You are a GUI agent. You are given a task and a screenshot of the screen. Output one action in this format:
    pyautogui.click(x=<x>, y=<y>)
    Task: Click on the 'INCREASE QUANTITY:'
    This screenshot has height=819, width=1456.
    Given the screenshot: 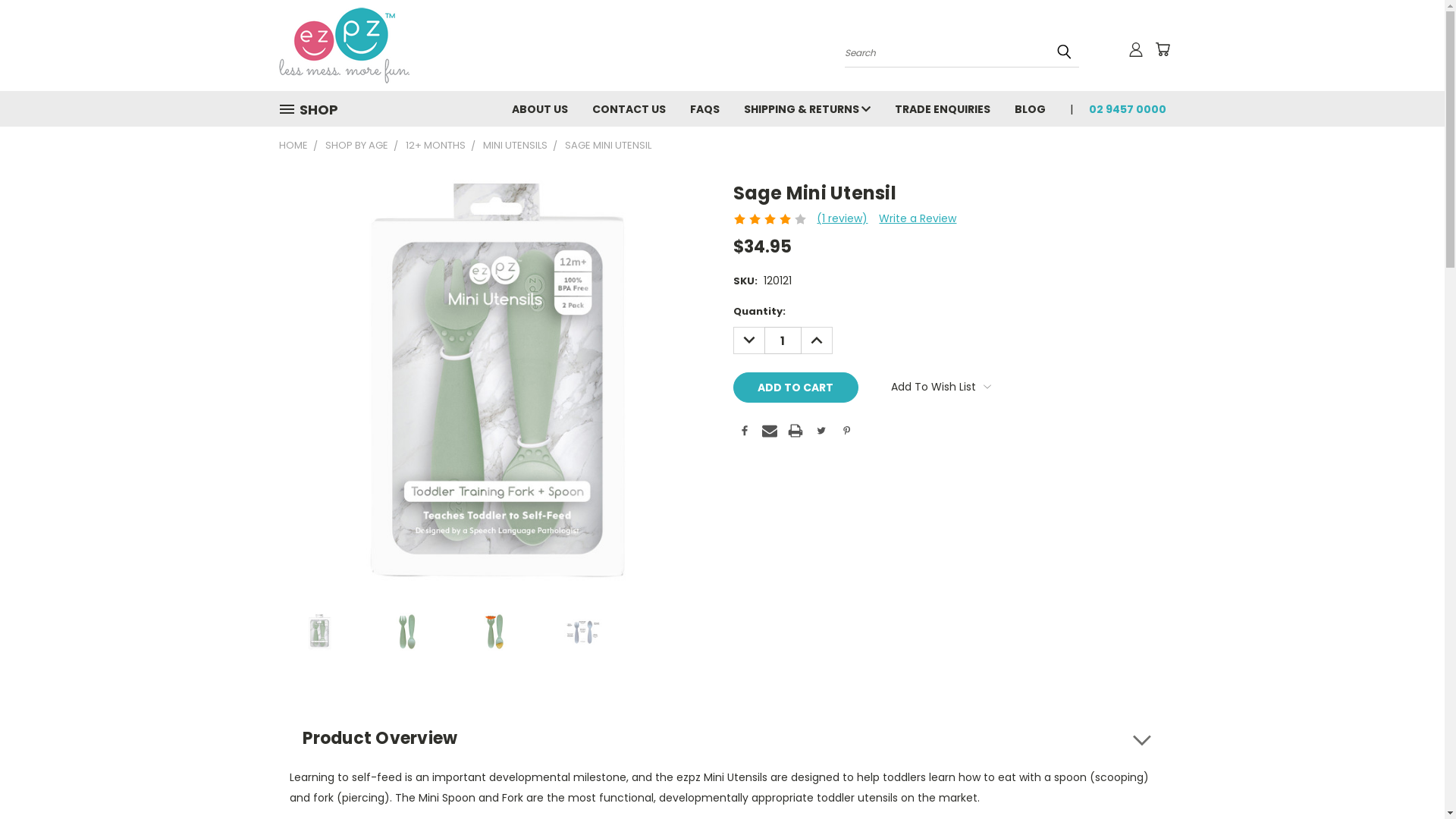 What is the action you would take?
    pyautogui.click(x=815, y=339)
    